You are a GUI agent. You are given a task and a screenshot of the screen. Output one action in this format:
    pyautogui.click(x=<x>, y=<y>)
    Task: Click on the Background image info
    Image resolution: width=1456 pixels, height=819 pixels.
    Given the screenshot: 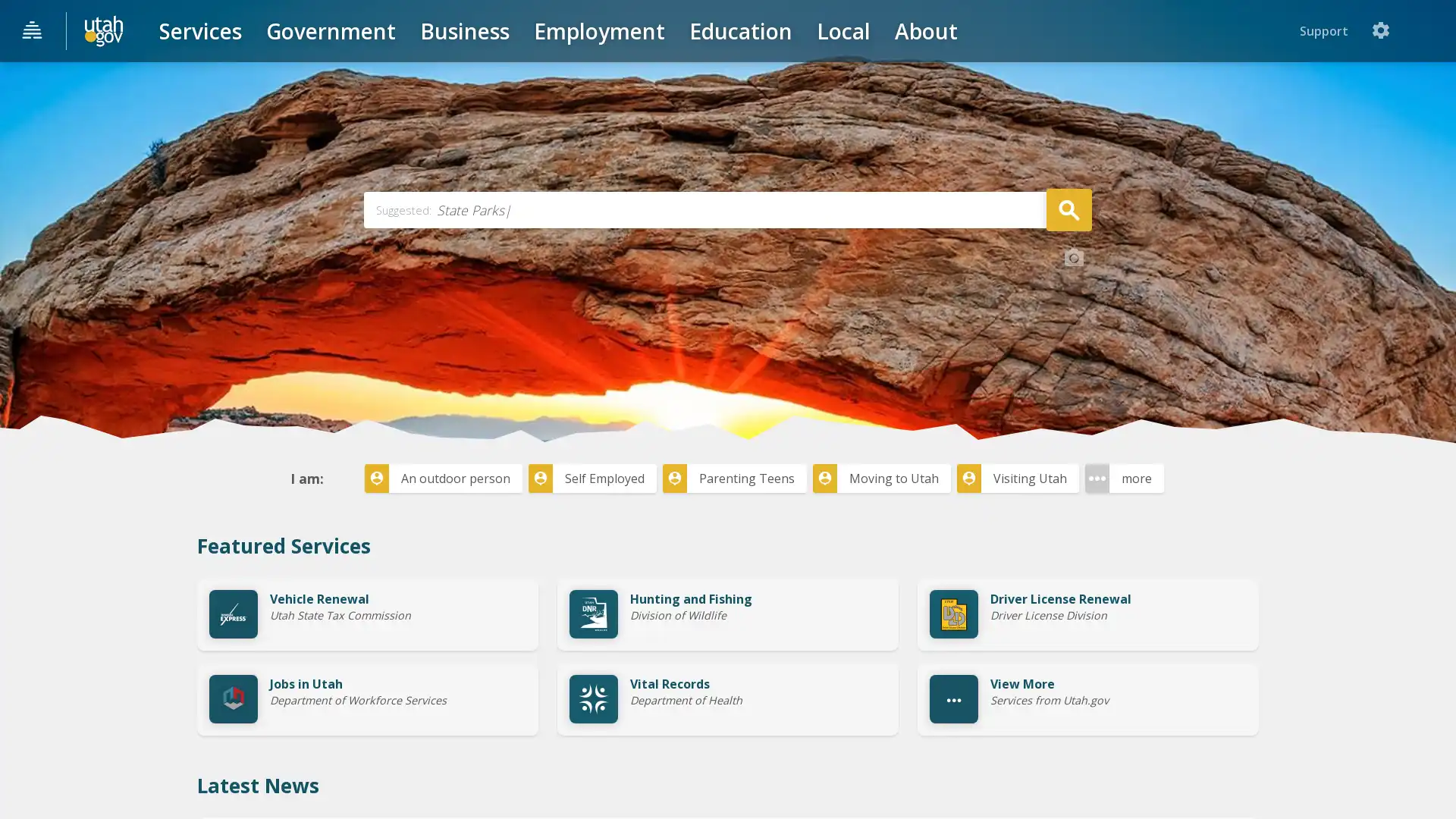 What is the action you would take?
    pyautogui.click(x=1073, y=371)
    